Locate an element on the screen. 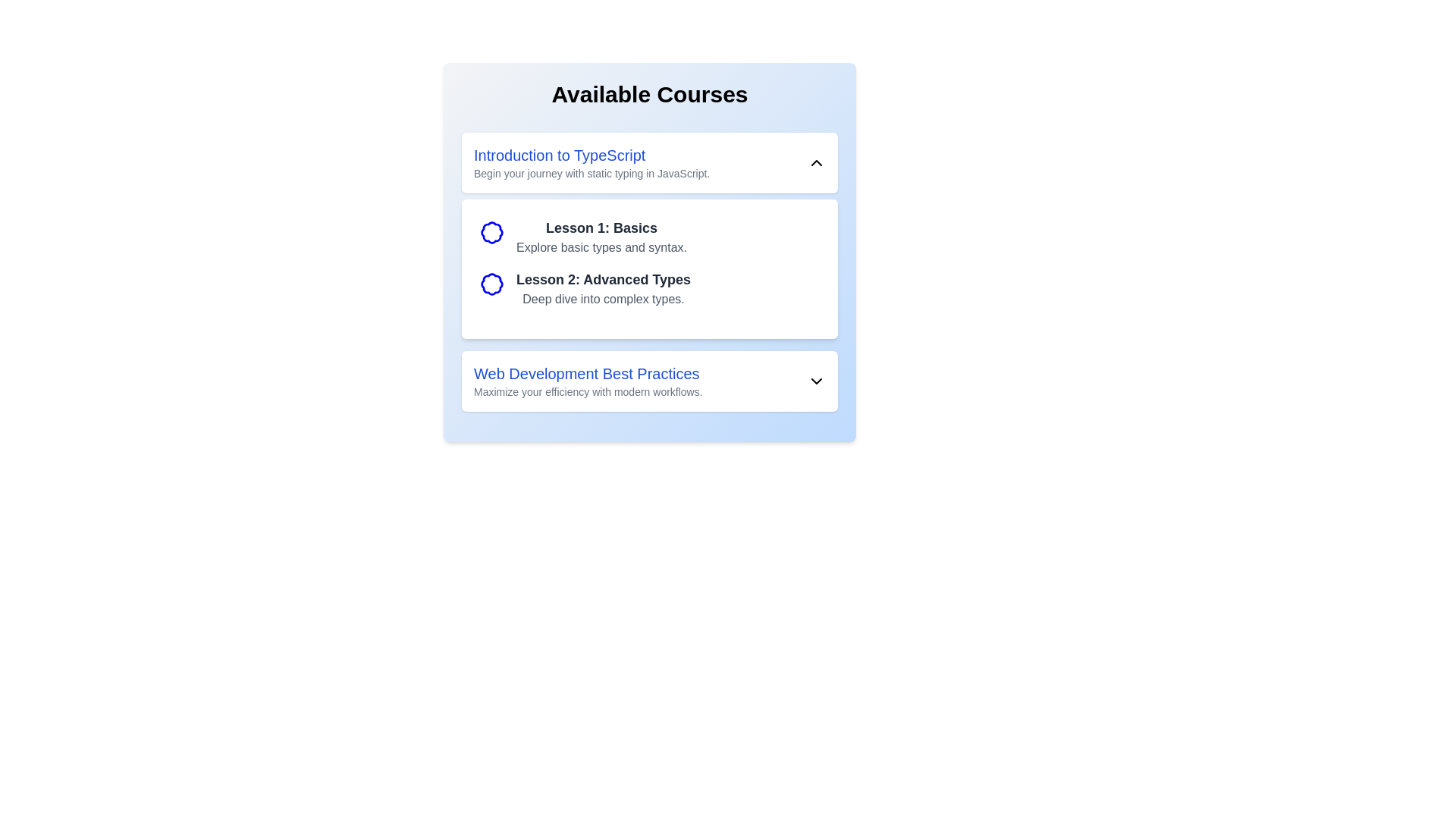 This screenshot has height=819, width=1456. the upward-pointing chevron arrow icon located at the top-right side of the 'Introduction to TypeScript' card is located at coordinates (815, 163).